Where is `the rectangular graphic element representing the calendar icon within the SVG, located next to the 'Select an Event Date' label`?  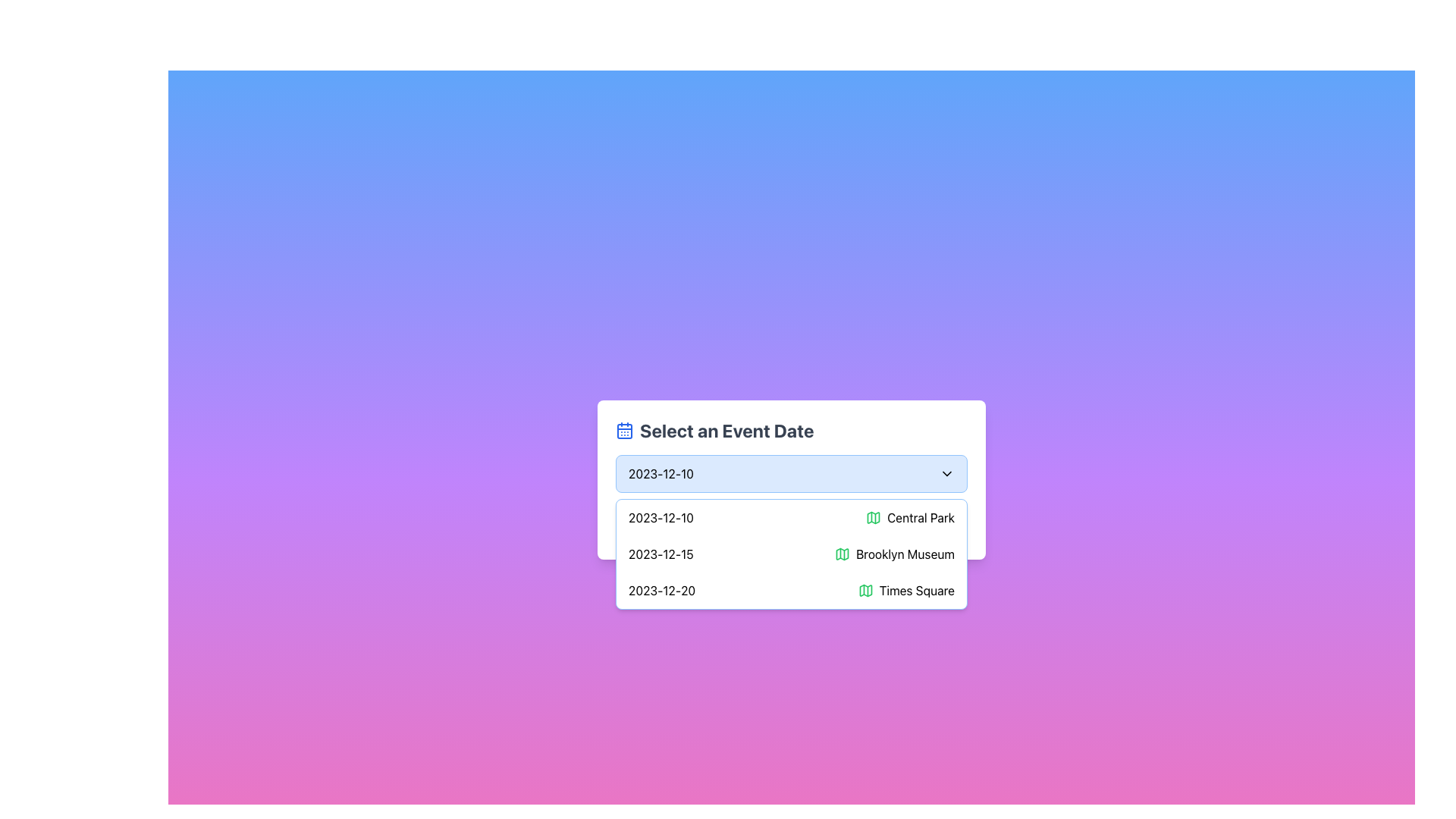
the rectangular graphic element representing the calendar icon within the SVG, located next to the 'Select an Event Date' label is located at coordinates (625, 431).